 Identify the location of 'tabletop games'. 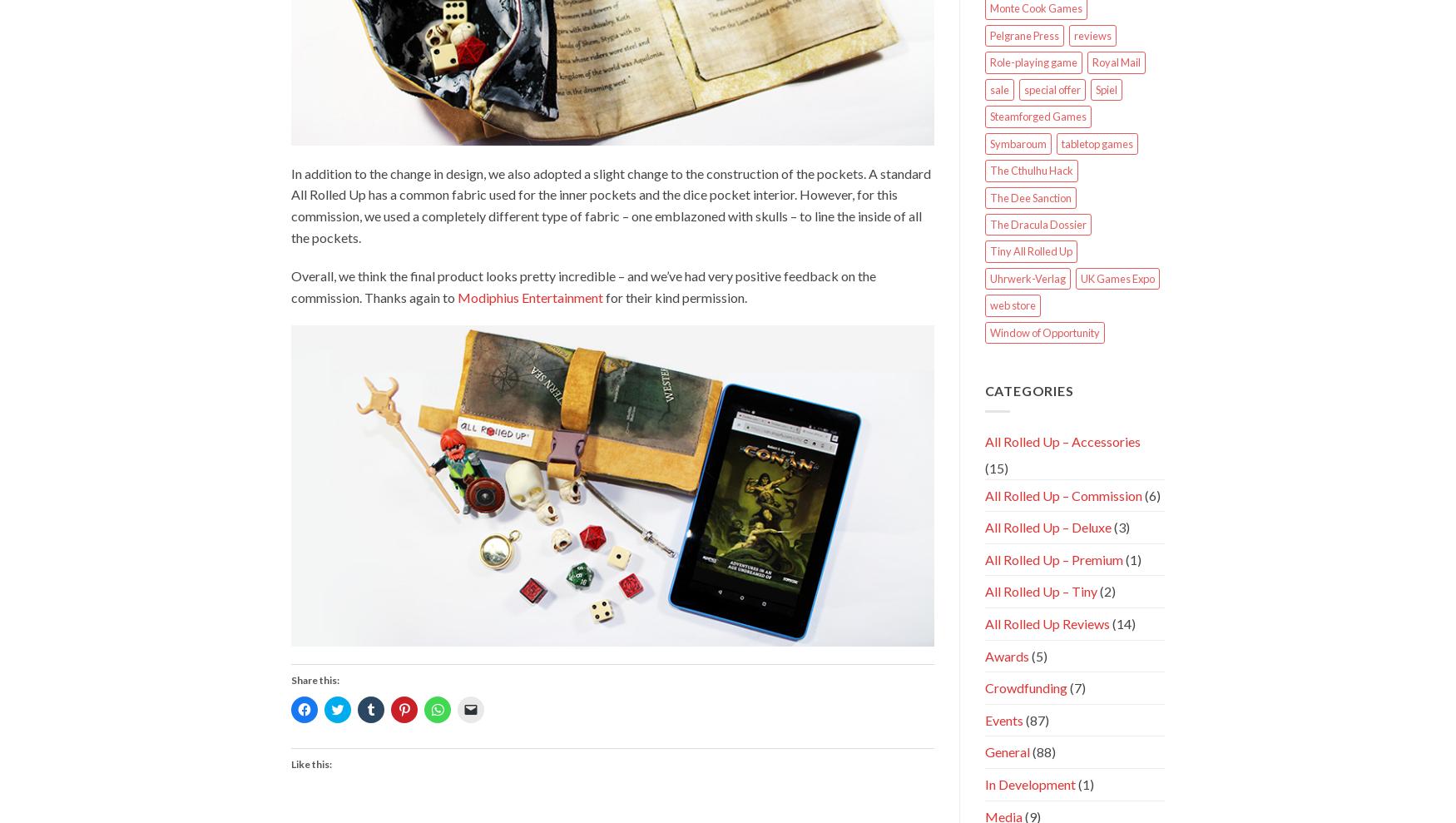
(1096, 142).